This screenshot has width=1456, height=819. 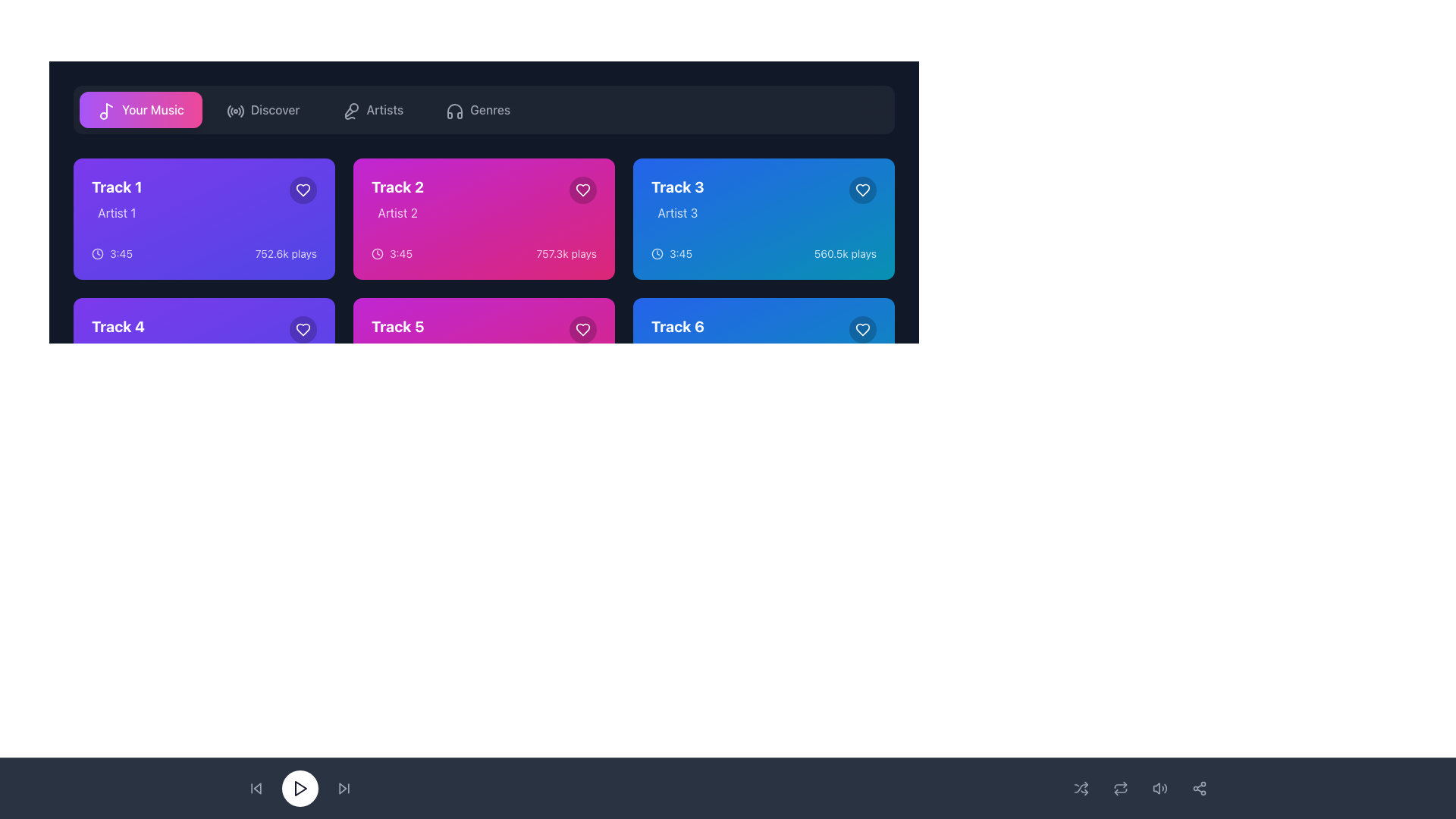 I want to click on the circular button with a white background and a black outlined play icon, so click(x=300, y=788).